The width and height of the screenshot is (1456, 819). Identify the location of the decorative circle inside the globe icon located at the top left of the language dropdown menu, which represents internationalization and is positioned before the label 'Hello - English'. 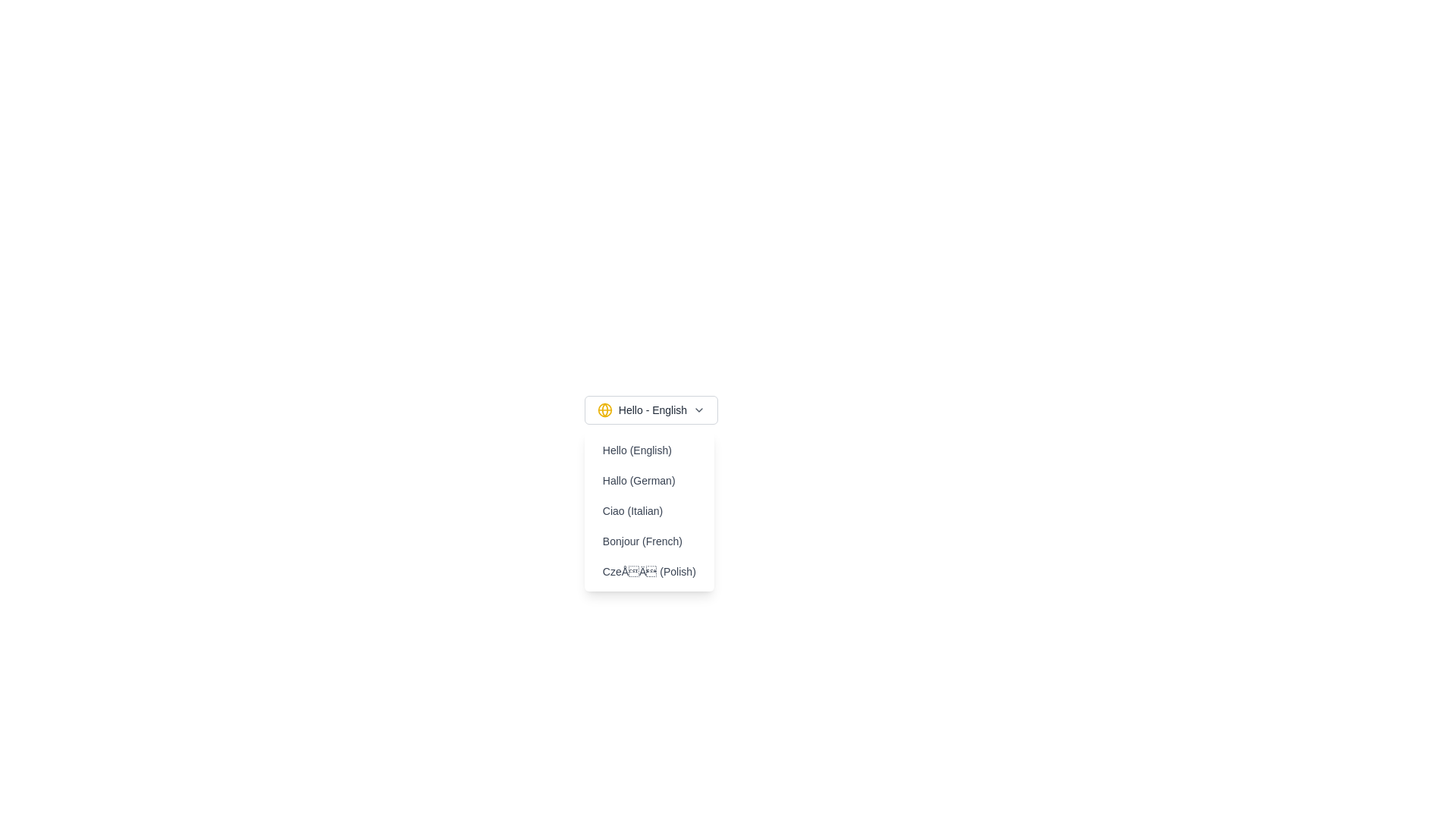
(604, 409).